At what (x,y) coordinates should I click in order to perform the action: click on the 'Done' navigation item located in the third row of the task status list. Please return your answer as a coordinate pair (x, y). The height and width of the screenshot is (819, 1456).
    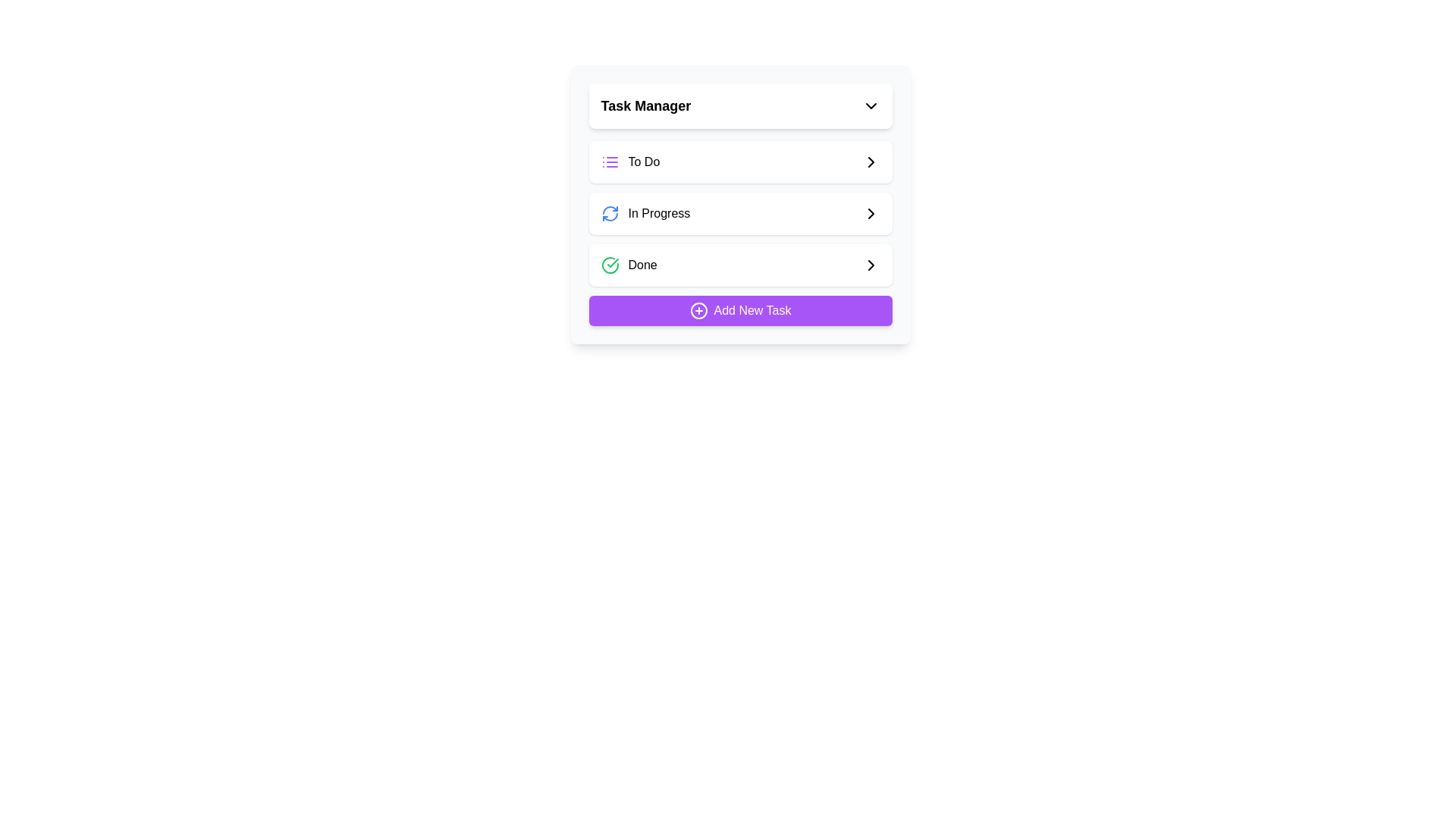
    Looking at the image, I should click on (740, 265).